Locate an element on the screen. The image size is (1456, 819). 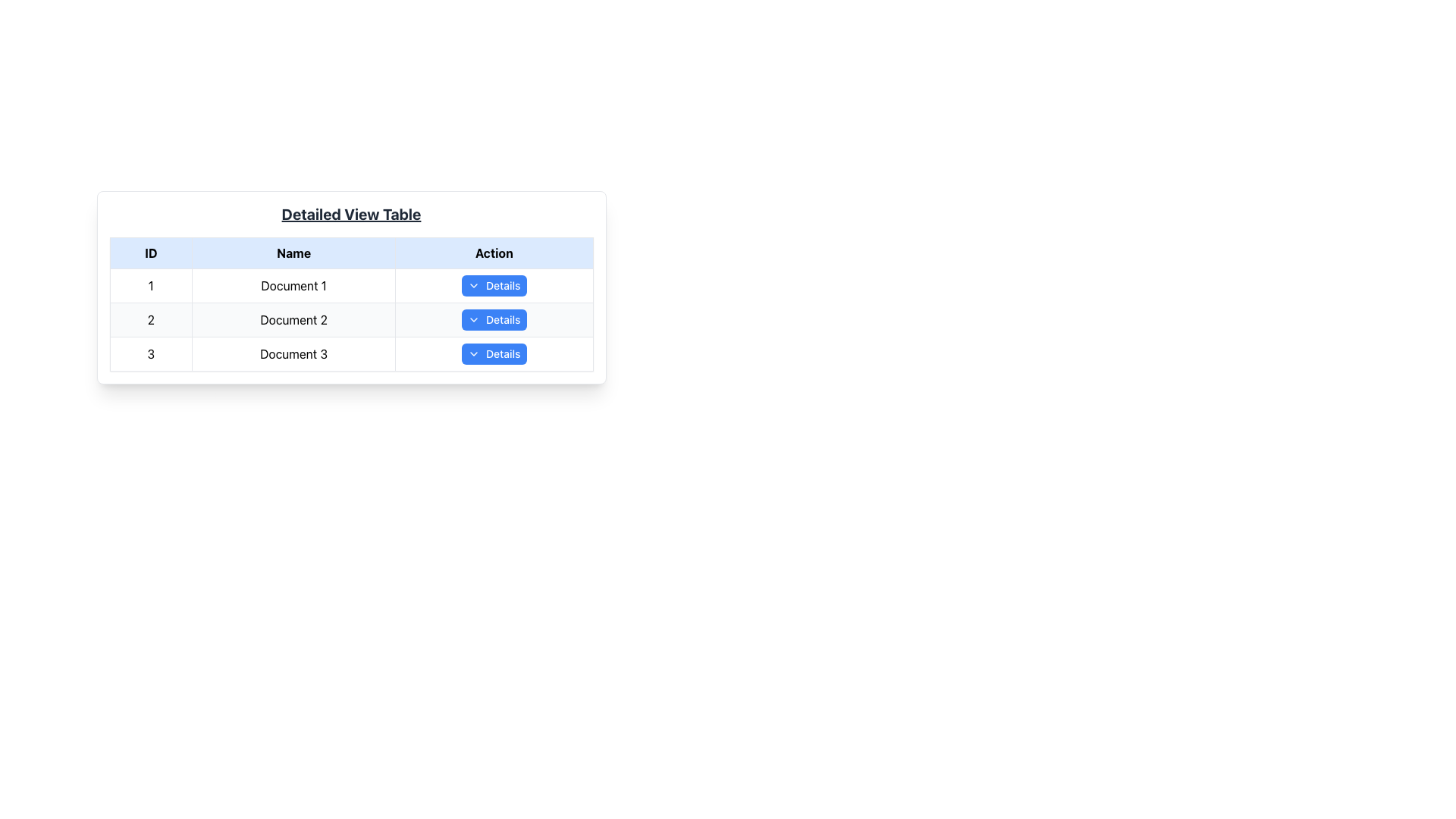
the first table cell in the row associated with 'Document 3' in the 'Detailed View Table' is located at coordinates (151, 353).